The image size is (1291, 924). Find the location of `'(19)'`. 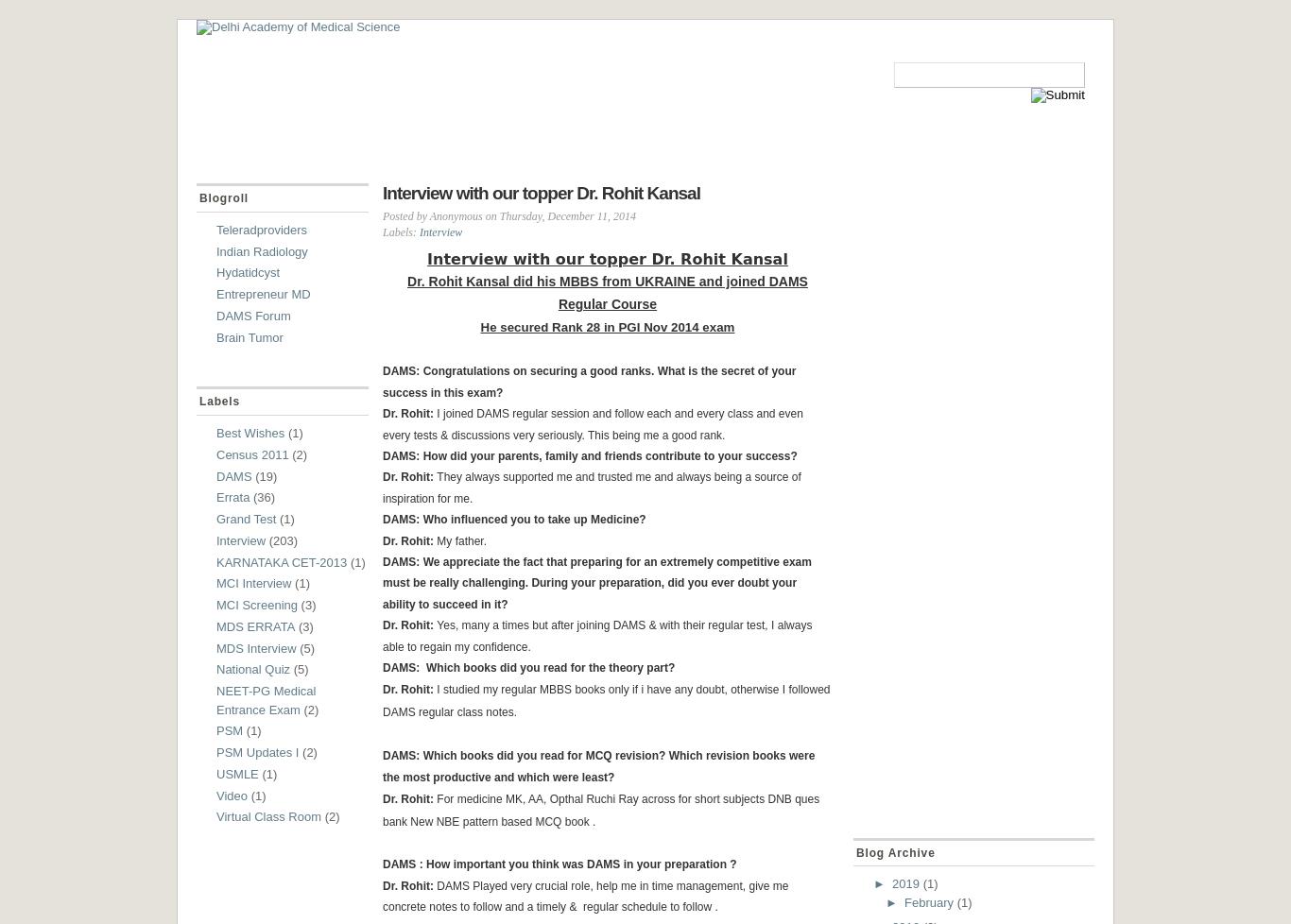

'(19)' is located at coordinates (266, 475).